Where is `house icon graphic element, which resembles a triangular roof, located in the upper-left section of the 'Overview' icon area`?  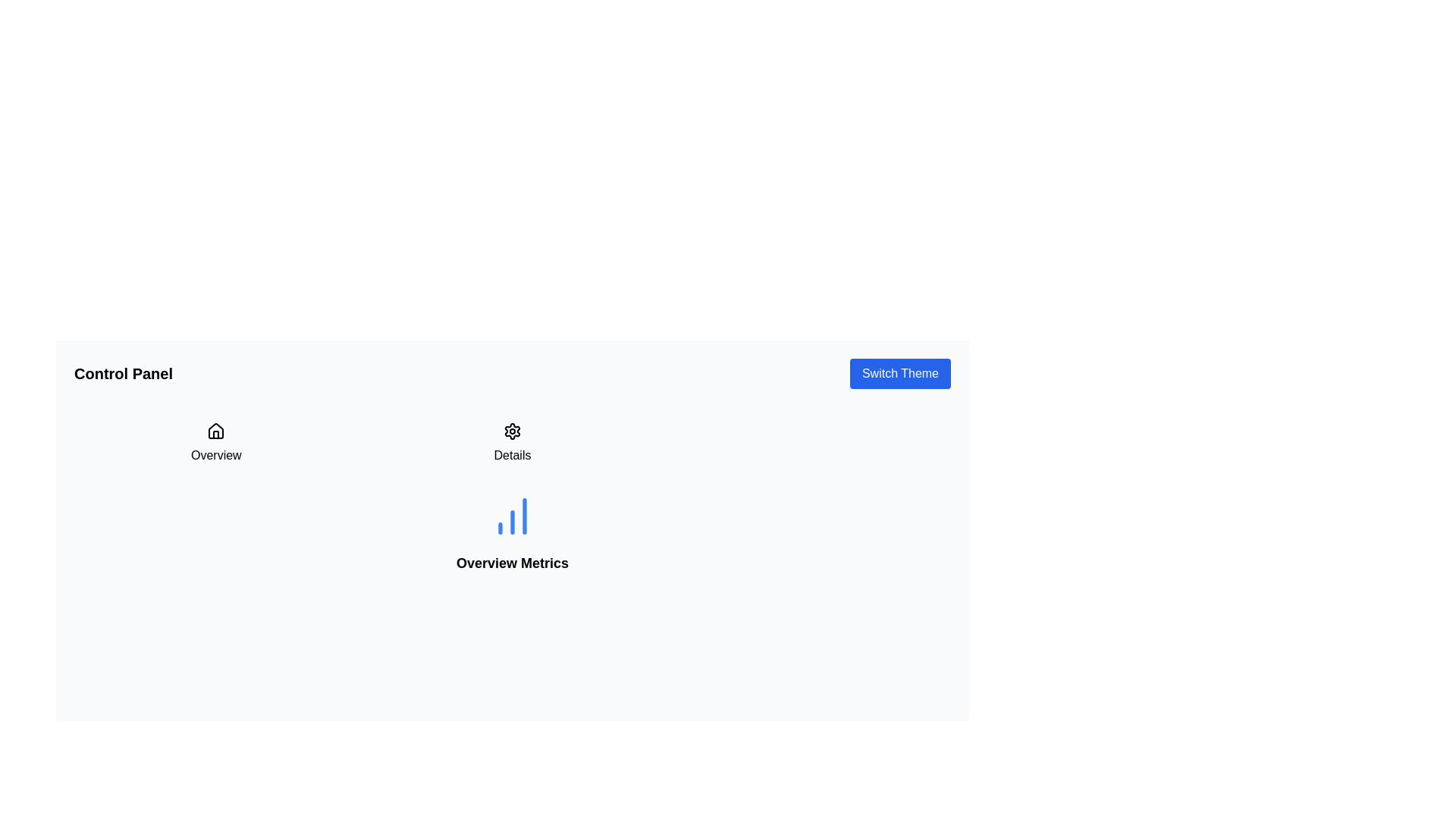
house icon graphic element, which resembles a triangular roof, located in the upper-left section of the 'Overview' icon area is located at coordinates (215, 431).